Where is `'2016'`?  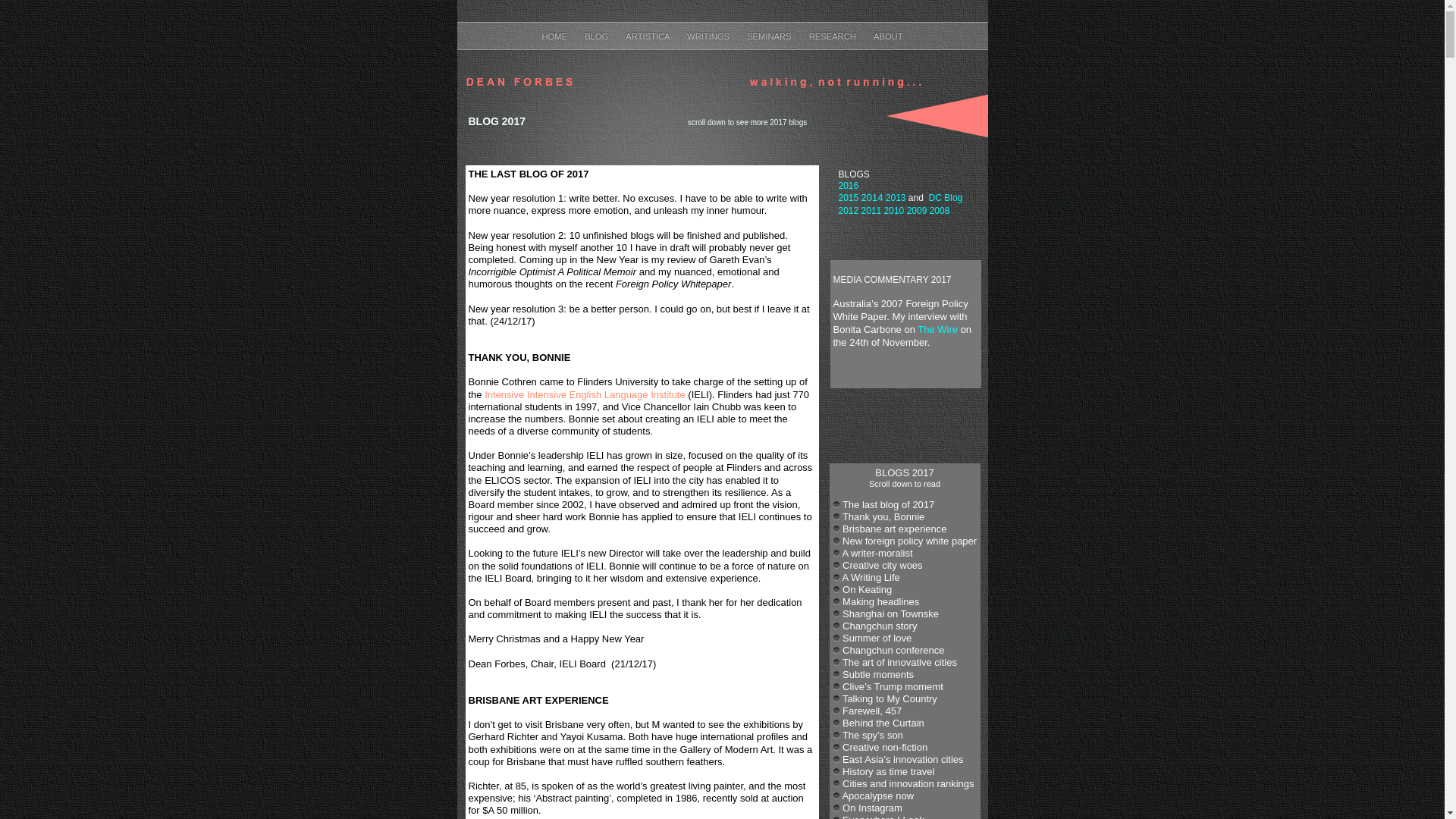
'2016' is located at coordinates (848, 185).